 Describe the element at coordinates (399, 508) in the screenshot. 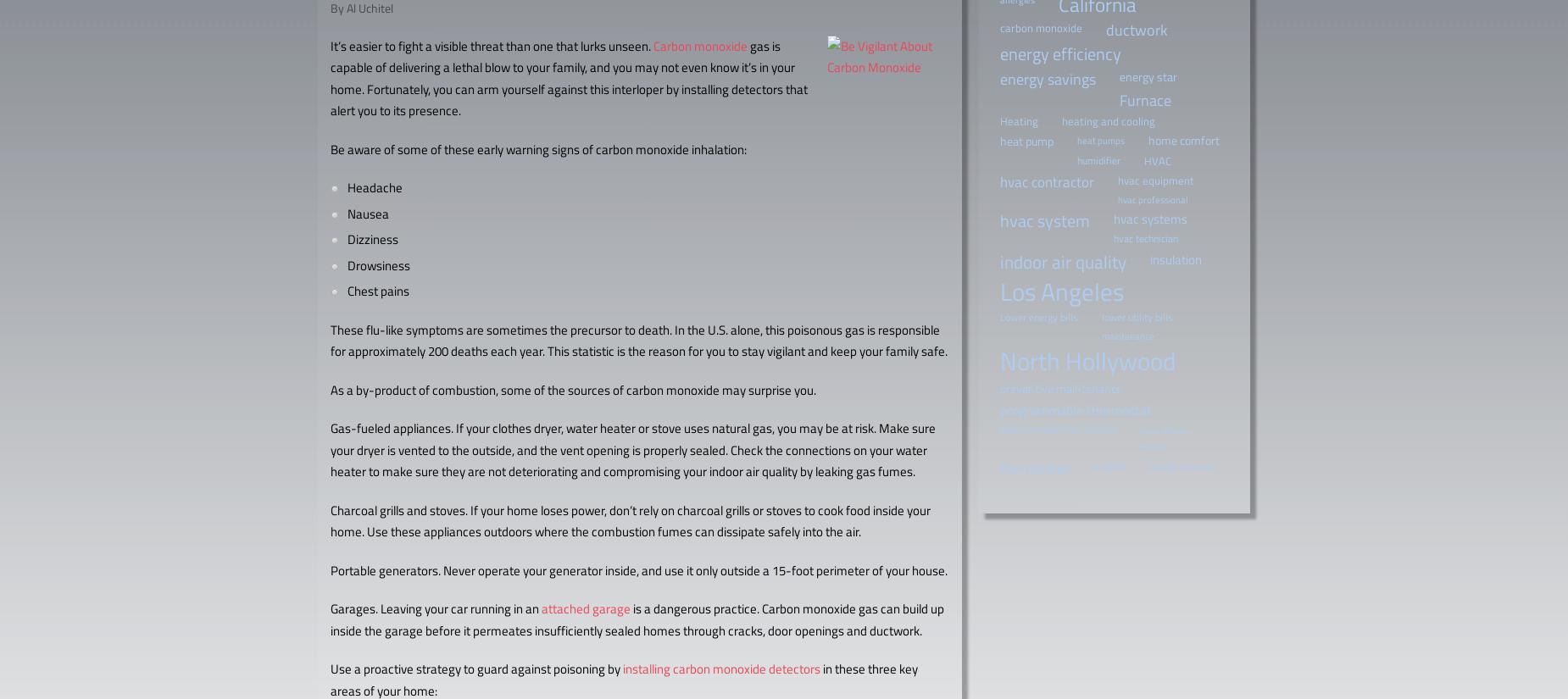

I see `'Charcoal grills and stoves.'` at that location.